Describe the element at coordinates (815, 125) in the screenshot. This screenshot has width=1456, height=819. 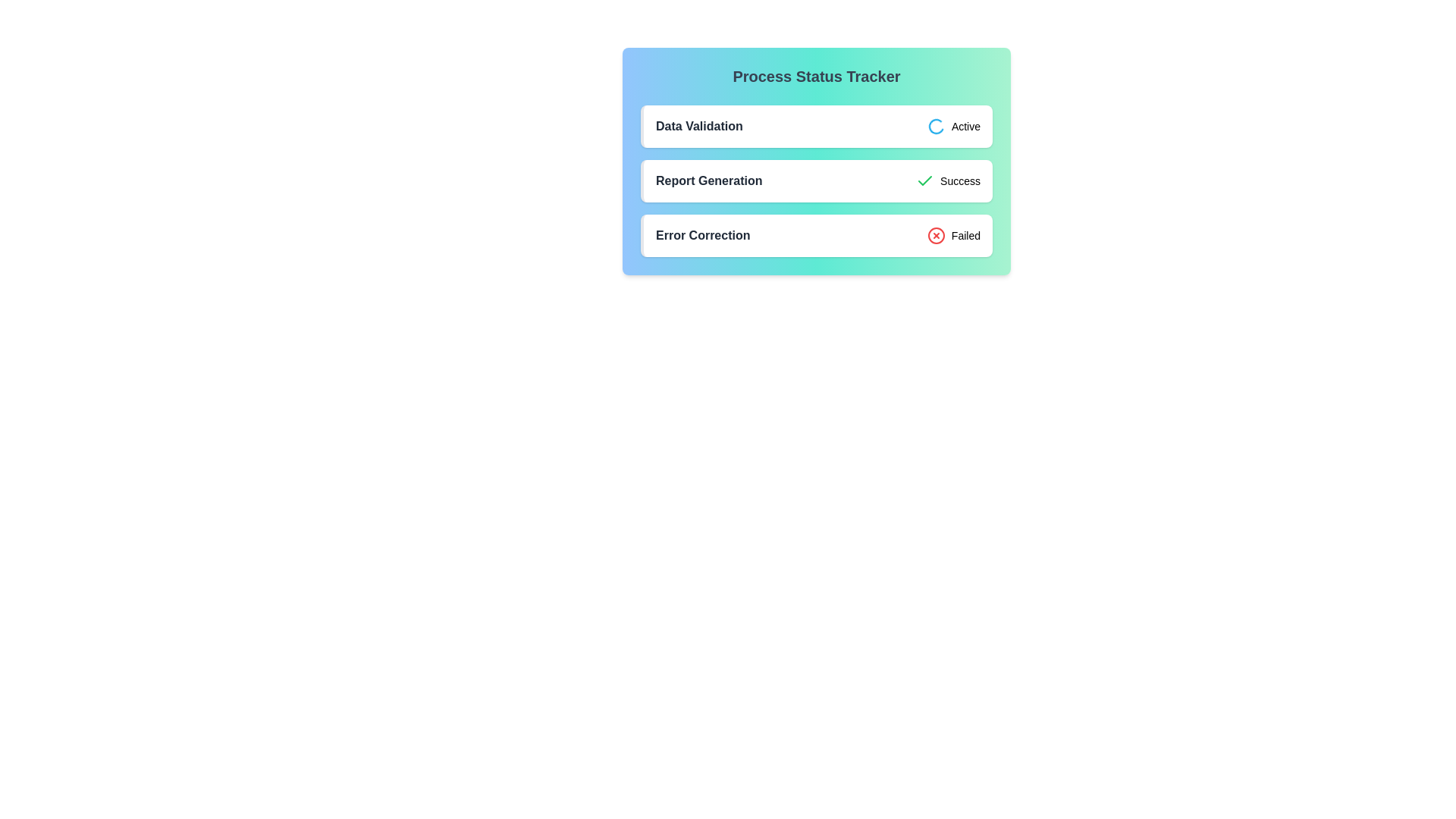
I see `the rotating icon on the 'Data Validation' status card, which is the first card in the 'Process Status Tracker' section indicating that the task is currently 'Active'` at that location.